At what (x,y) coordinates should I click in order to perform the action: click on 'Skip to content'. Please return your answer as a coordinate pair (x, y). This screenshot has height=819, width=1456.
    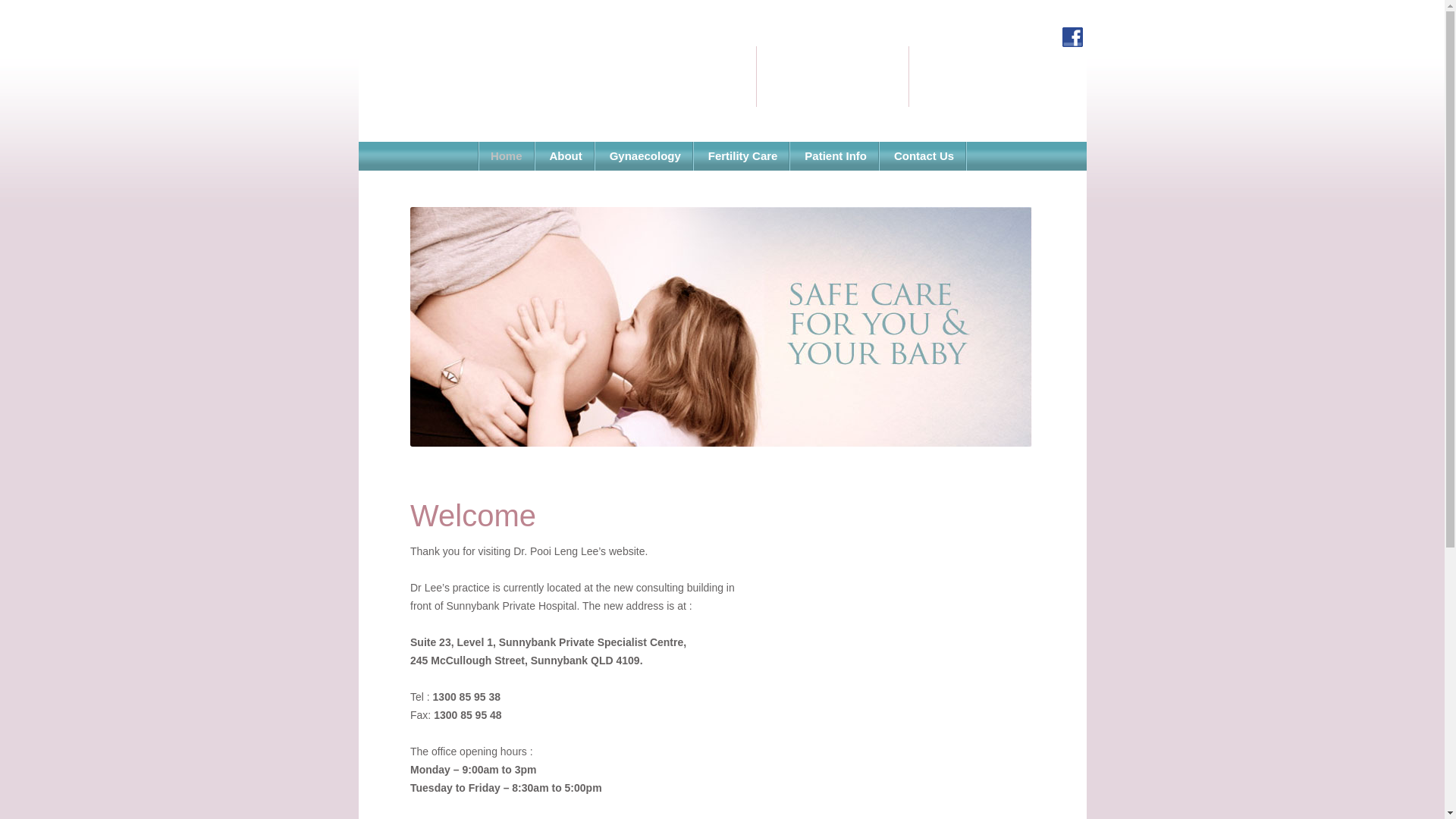
    Looking at the image, I should click on (757, 146).